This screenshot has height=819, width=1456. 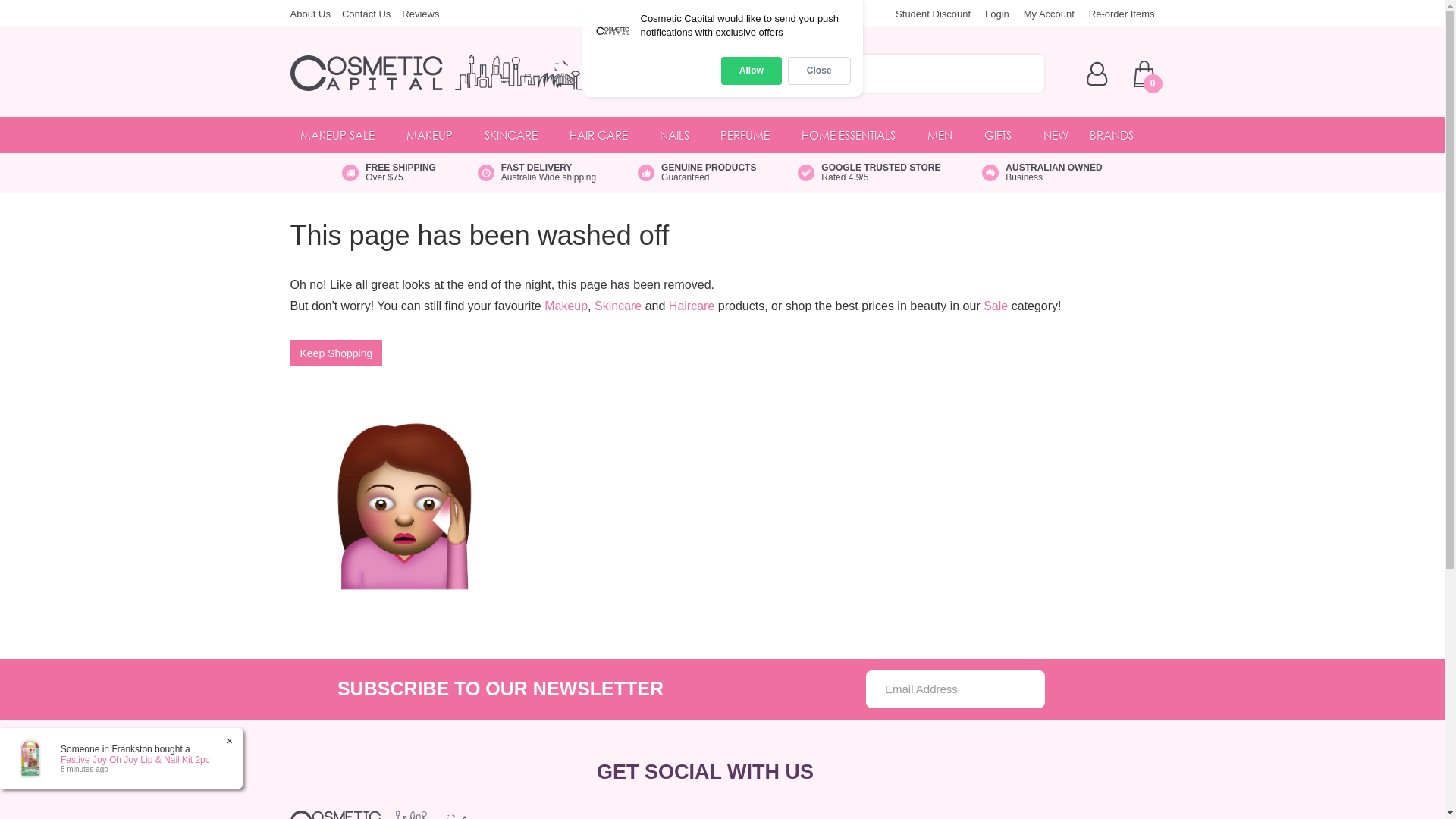 What do you see at coordinates (1023, 14) in the screenshot?
I see `'My Account'` at bounding box center [1023, 14].